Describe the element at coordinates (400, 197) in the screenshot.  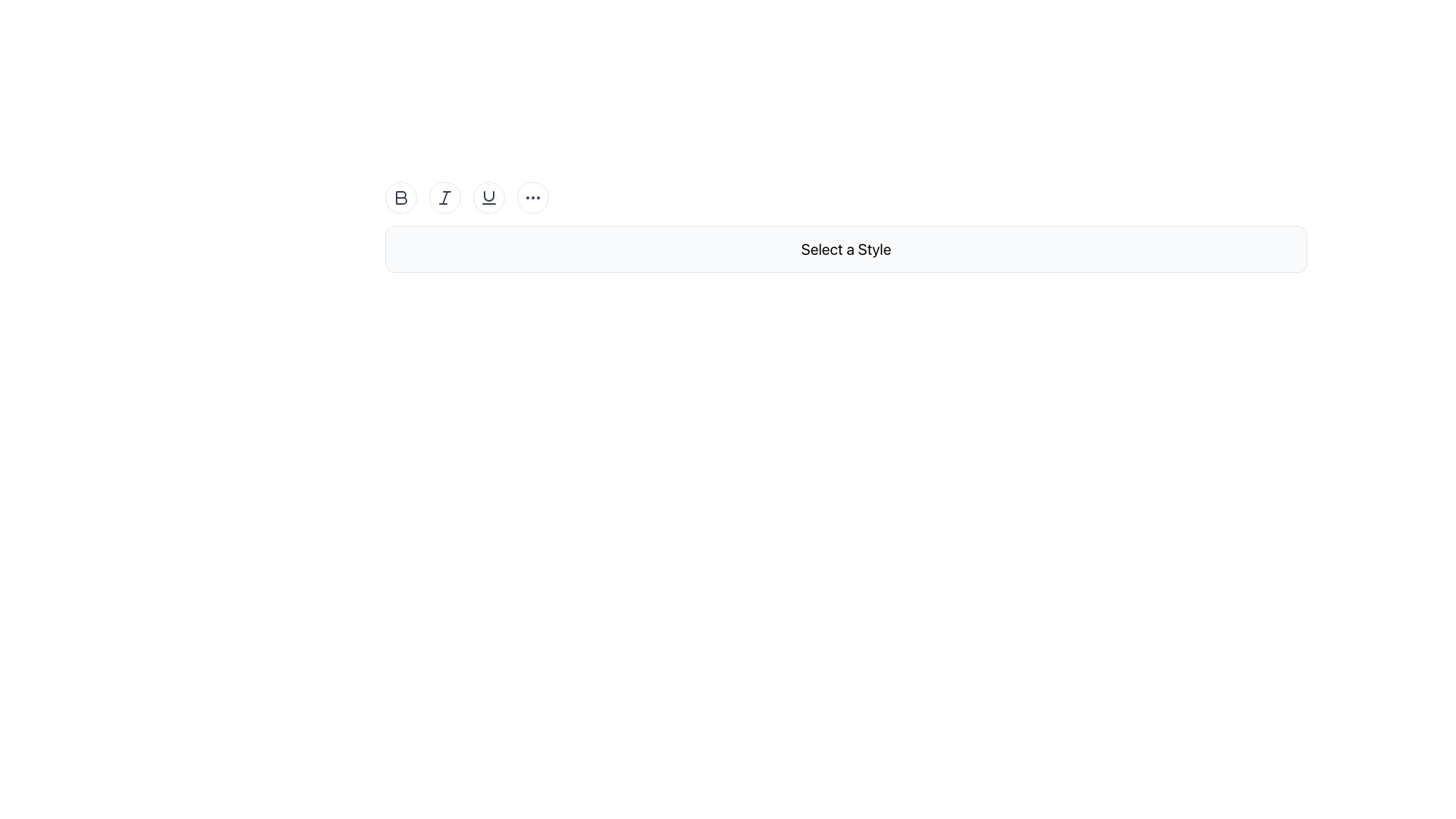
I see `the first circular button in the horizontal toolbar at the top-center of the interface` at that location.